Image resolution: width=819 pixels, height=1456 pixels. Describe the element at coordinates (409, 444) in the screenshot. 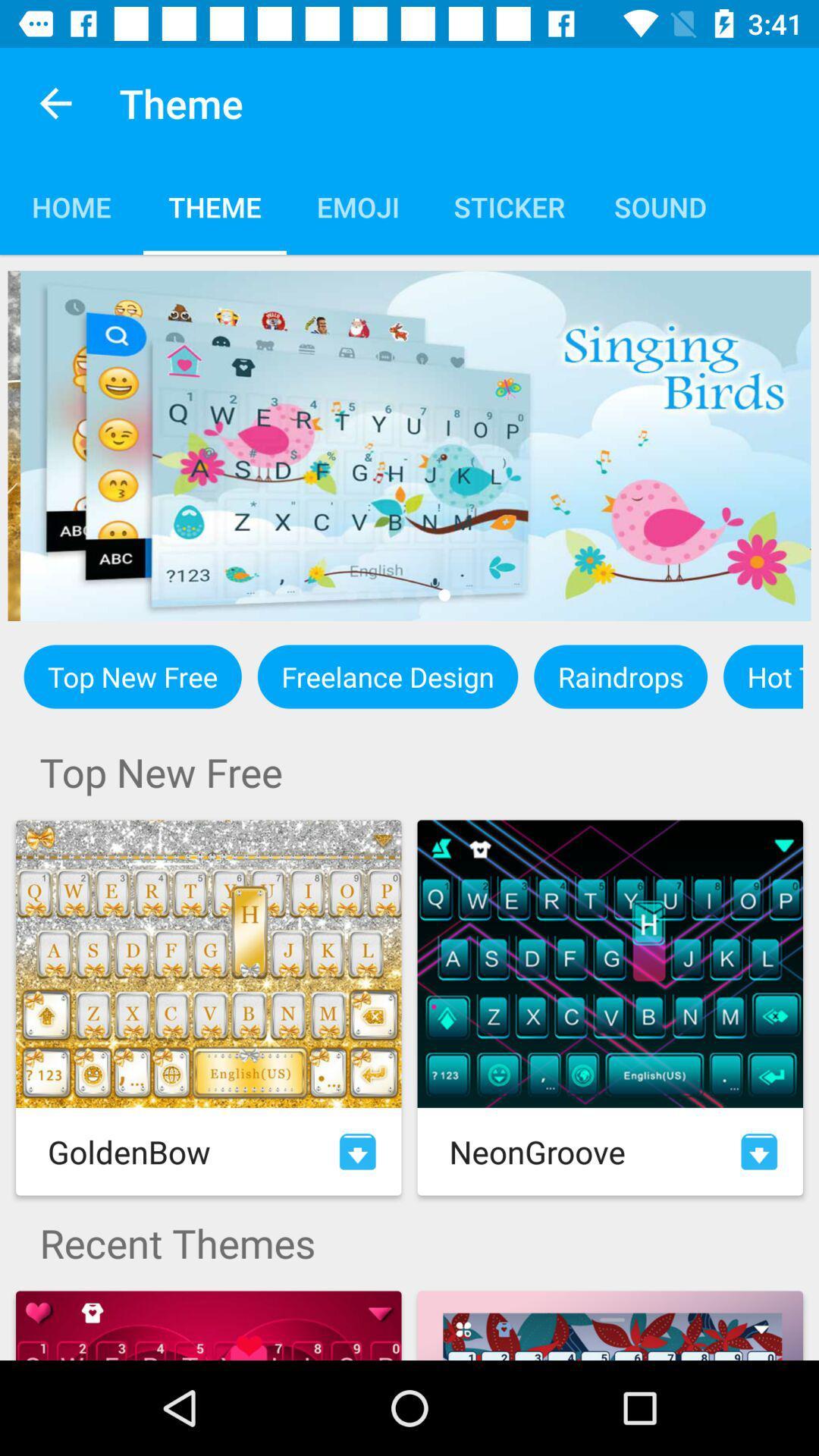

I see `item below the home` at that location.